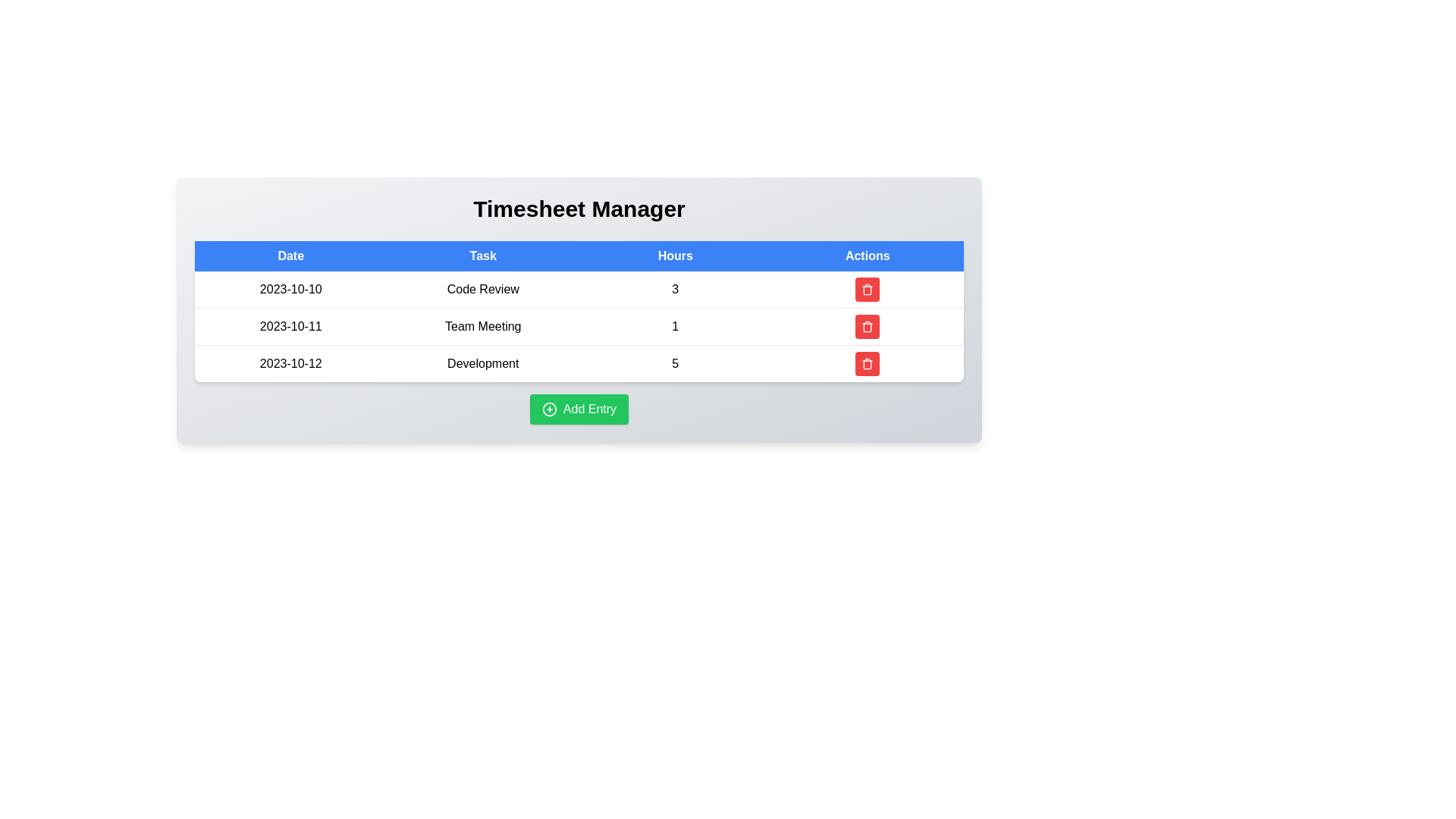 The image size is (1456, 819). I want to click on the table header that indicates the column containing task descriptions, located between the 'Date' and 'Hours' headers, so click(482, 256).